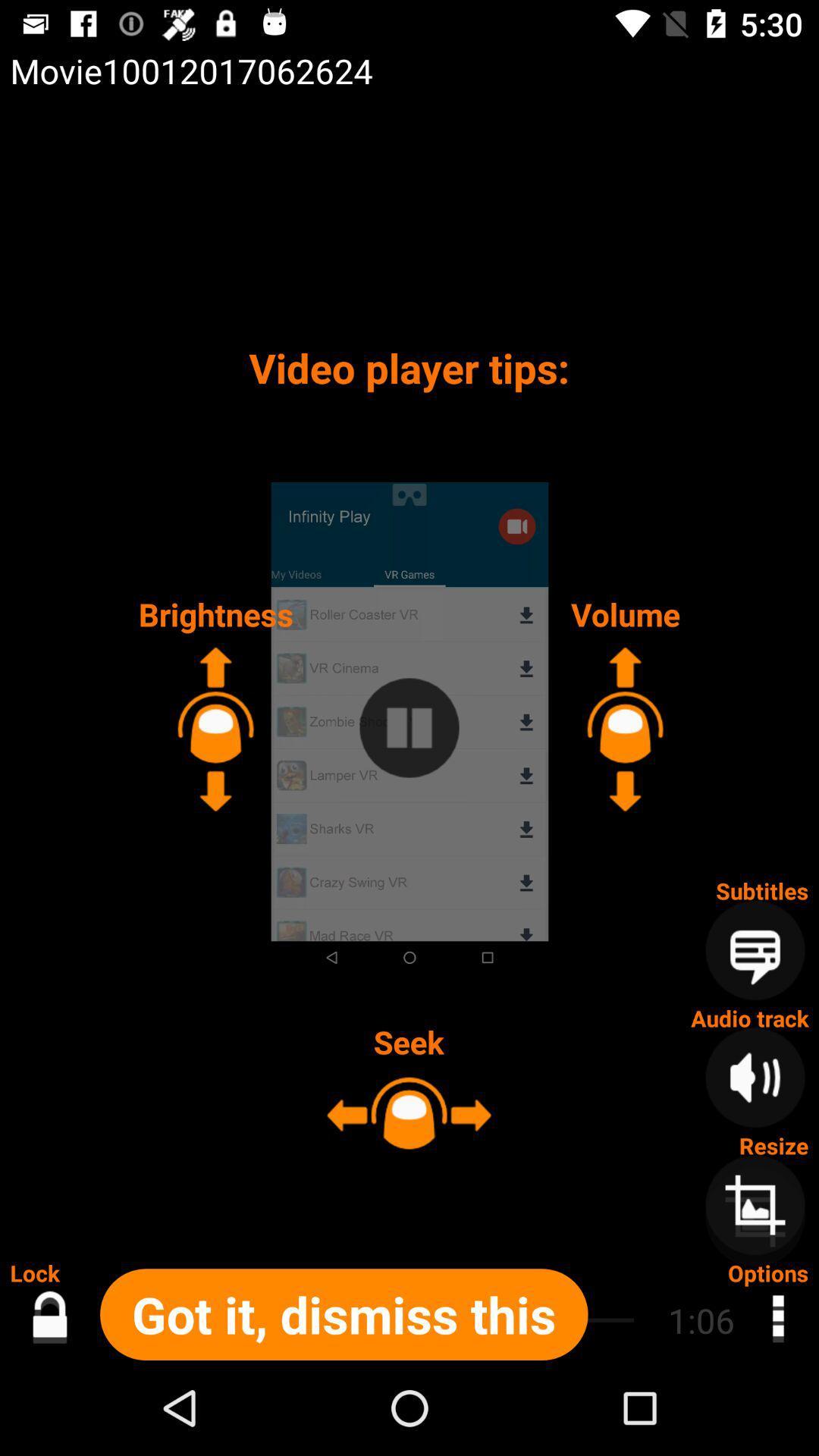  I want to click on the lock icon, so click(49, 1319).